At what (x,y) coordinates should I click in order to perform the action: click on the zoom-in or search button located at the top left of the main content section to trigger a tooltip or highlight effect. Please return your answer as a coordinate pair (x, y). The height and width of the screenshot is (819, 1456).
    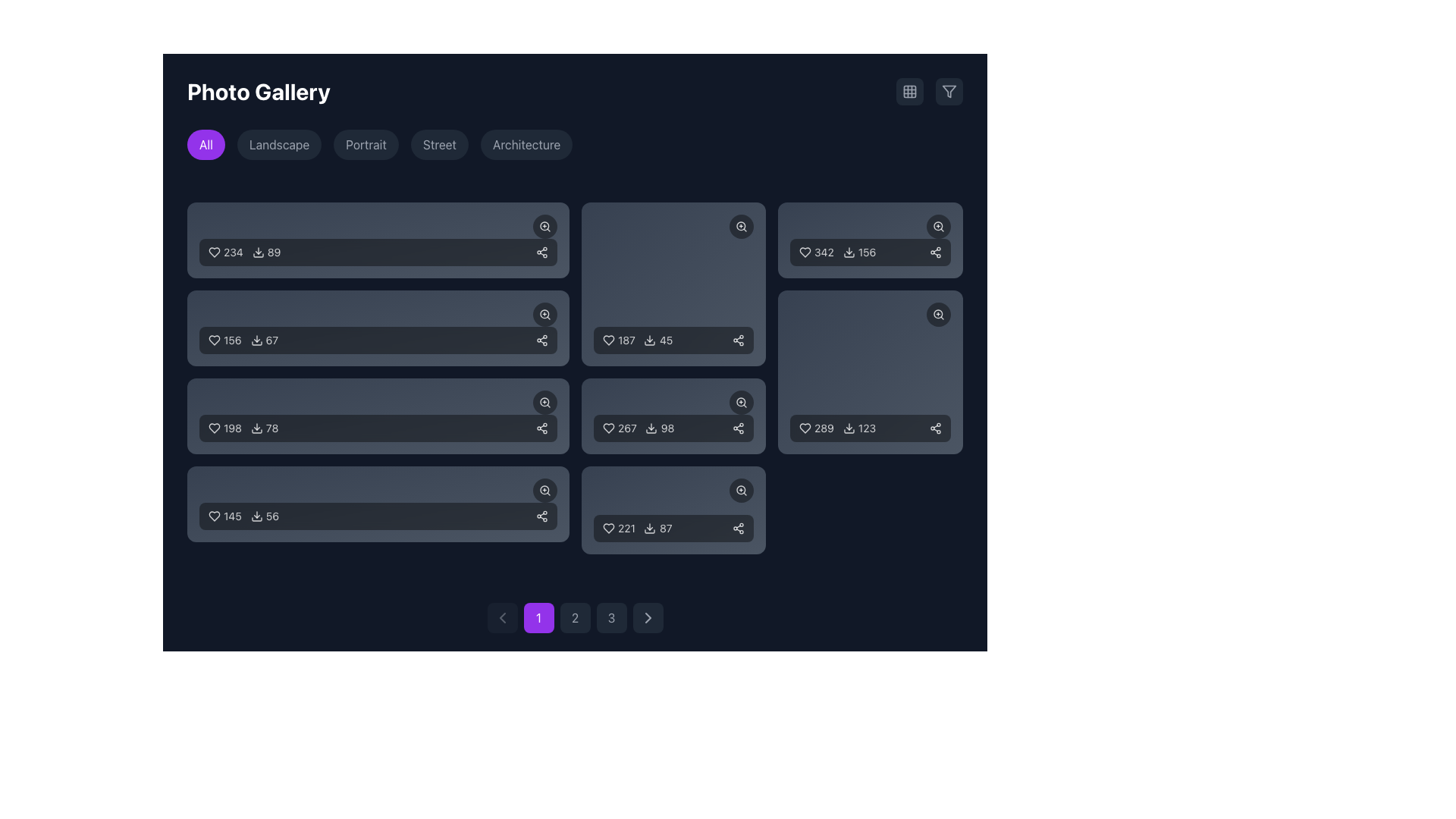
    Looking at the image, I should click on (378, 227).